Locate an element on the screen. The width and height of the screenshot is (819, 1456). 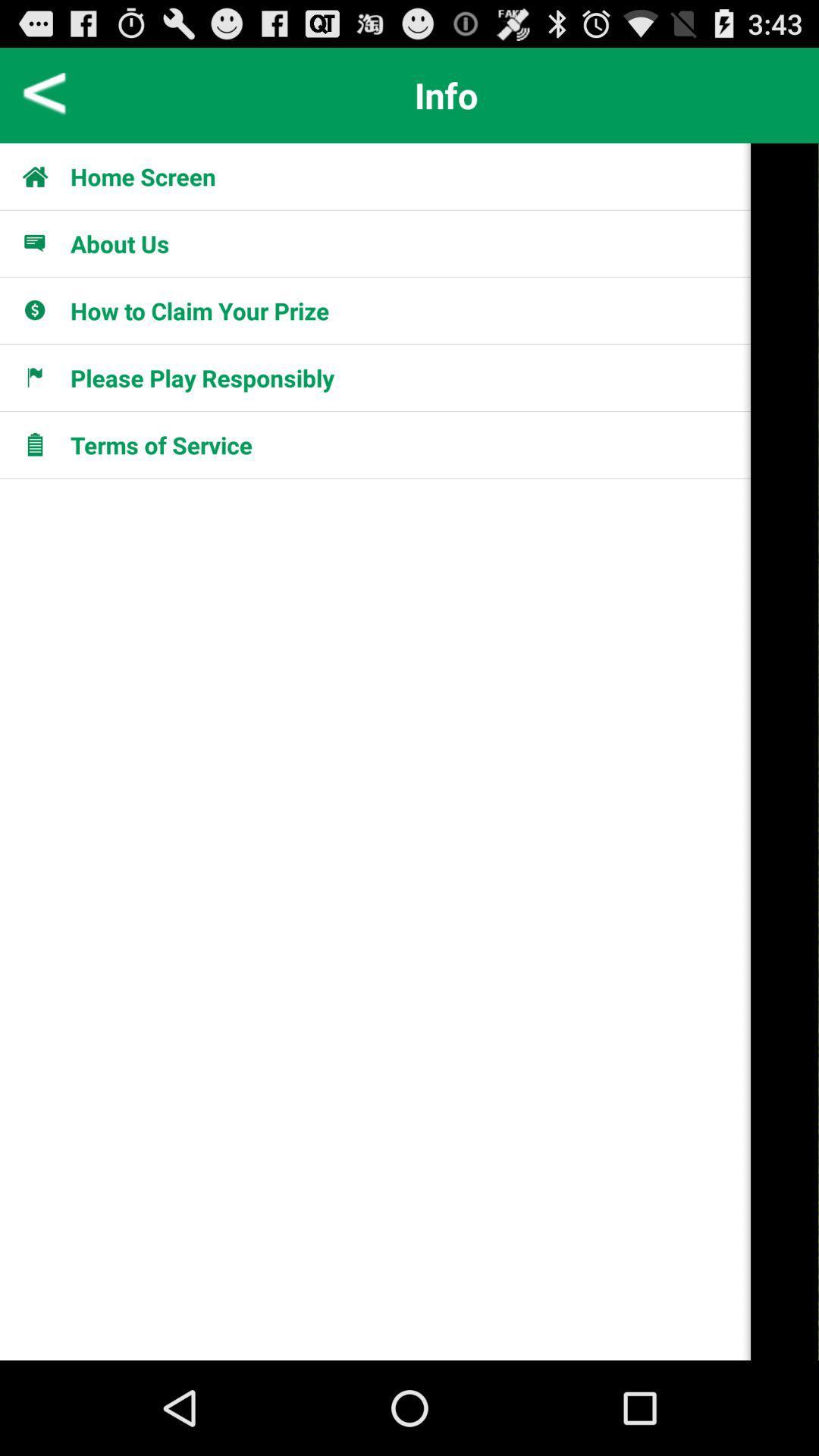
icon to the left of the home screen app is located at coordinates (42, 176).